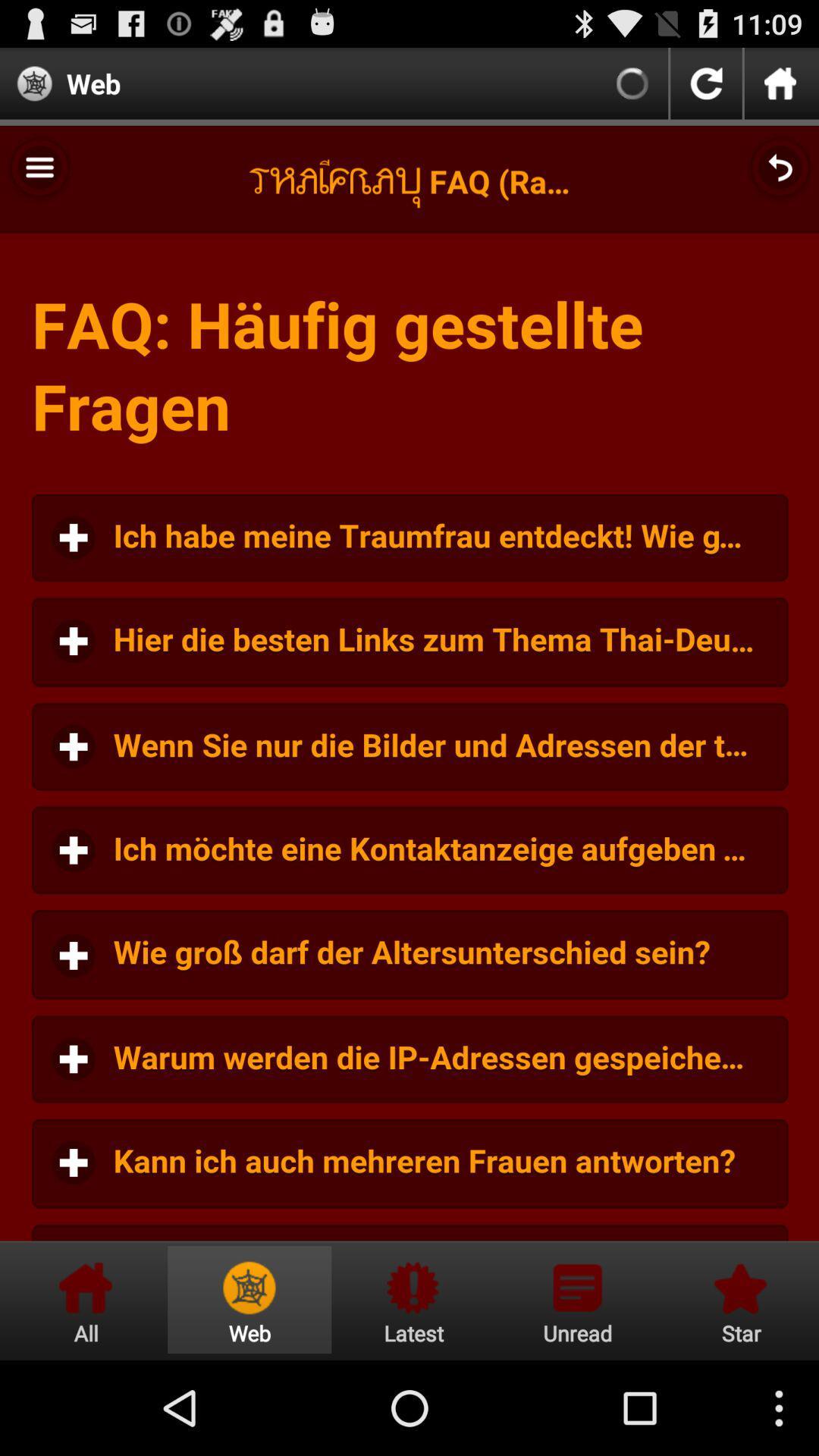 This screenshot has height=1456, width=819. I want to click on the home icon, so click(780, 89).